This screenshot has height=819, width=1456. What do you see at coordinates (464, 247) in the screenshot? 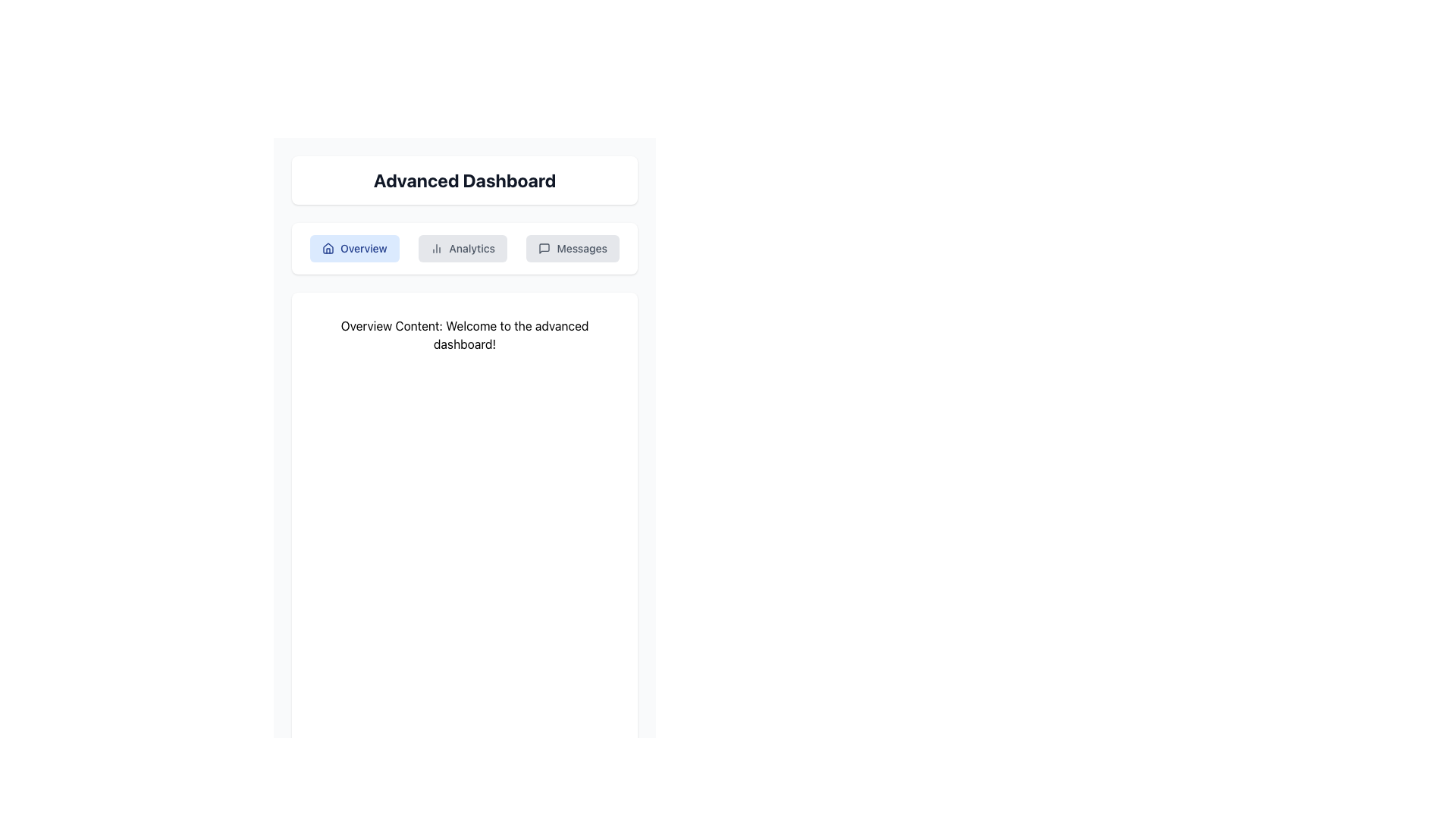
I see `the 'Analytics' button located in the navigation bar, positioned between 'Overview' and 'Messages', to trigger visual feedback` at bounding box center [464, 247].